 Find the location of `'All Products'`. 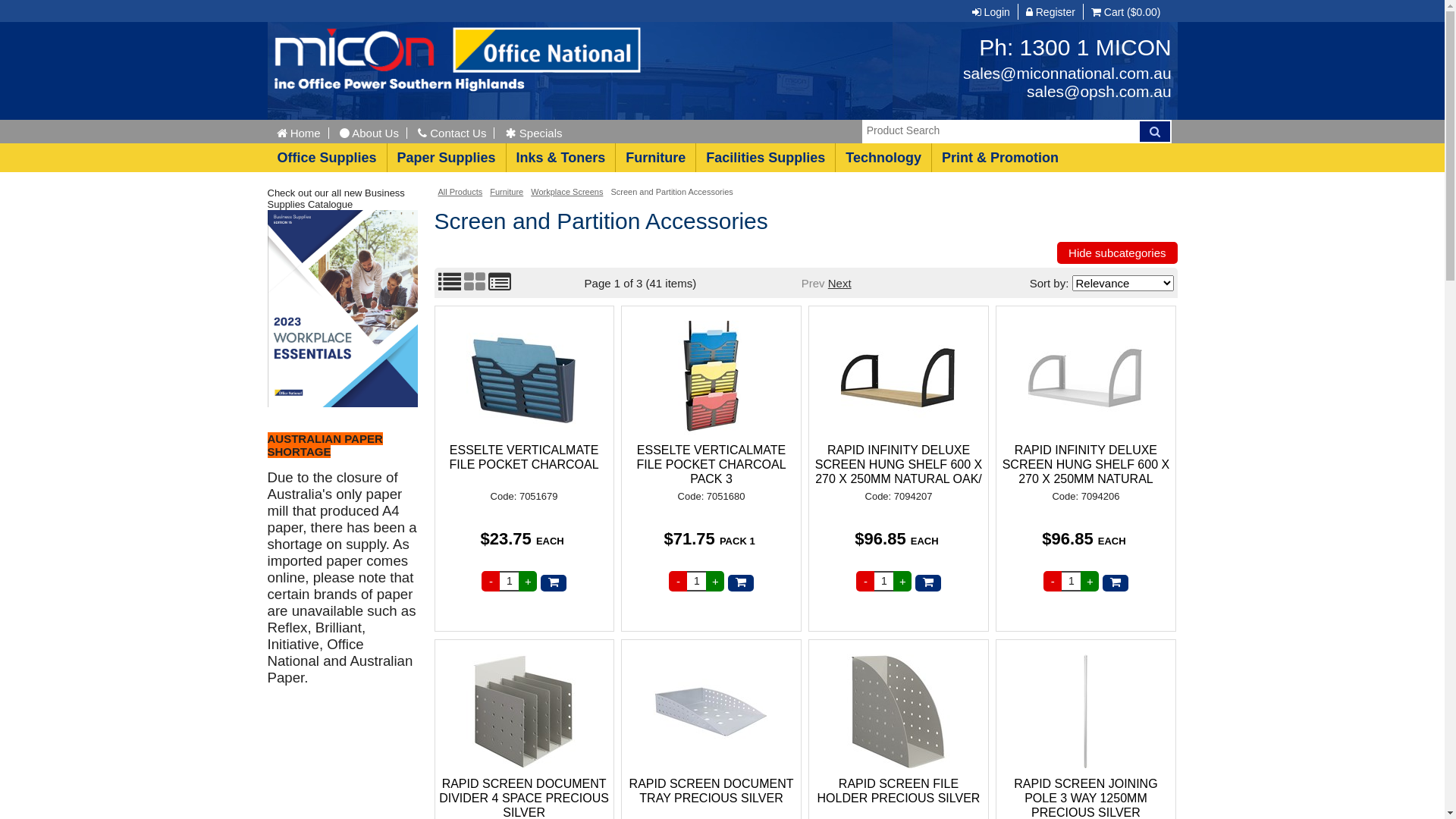

'All Products' is located at coordinates (460, 191).